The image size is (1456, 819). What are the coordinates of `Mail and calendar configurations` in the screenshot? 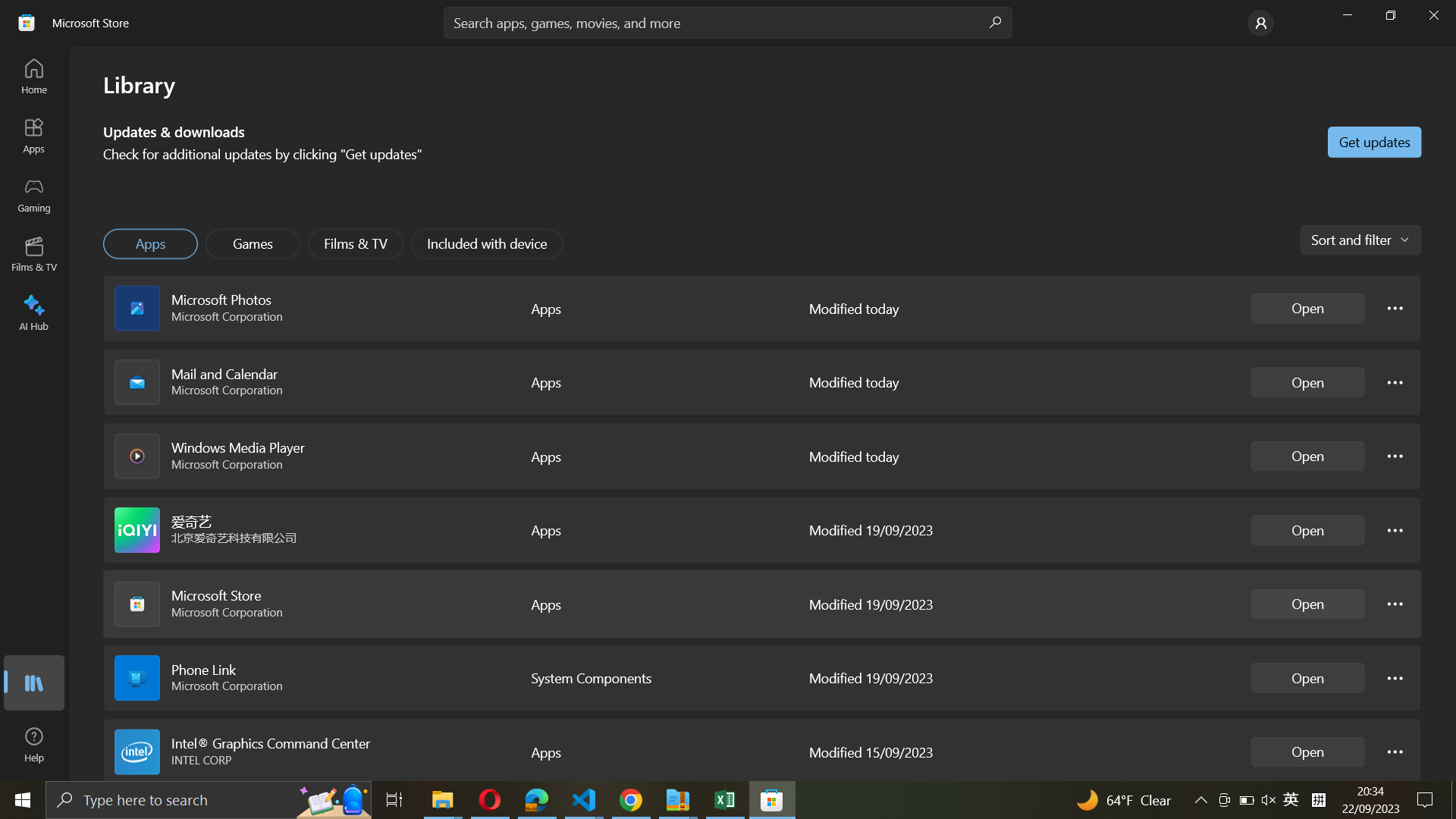 It's located at (1395, 379).